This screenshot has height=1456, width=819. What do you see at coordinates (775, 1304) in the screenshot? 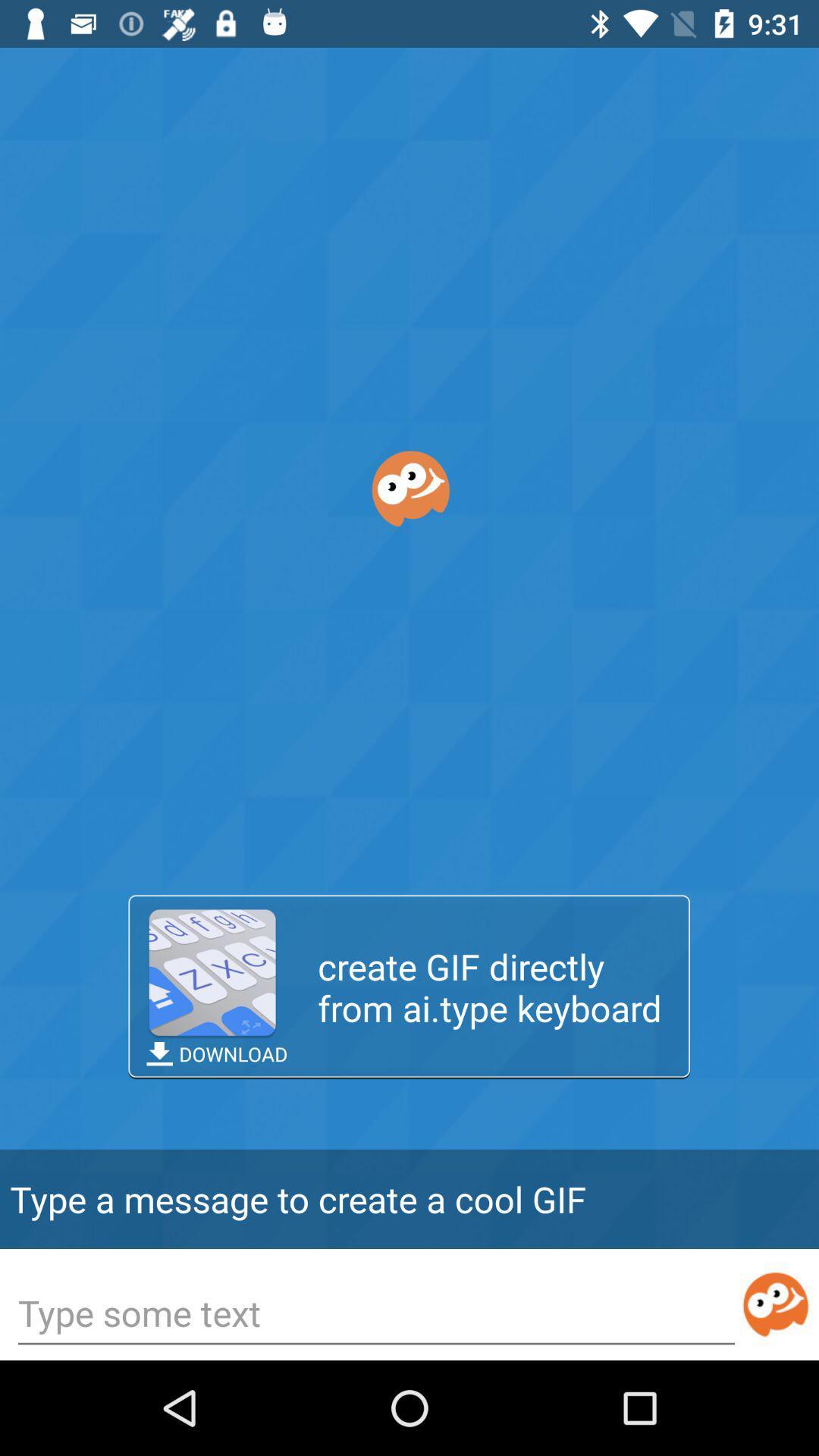
I see `submit text` at bounding box center [775, 1304].